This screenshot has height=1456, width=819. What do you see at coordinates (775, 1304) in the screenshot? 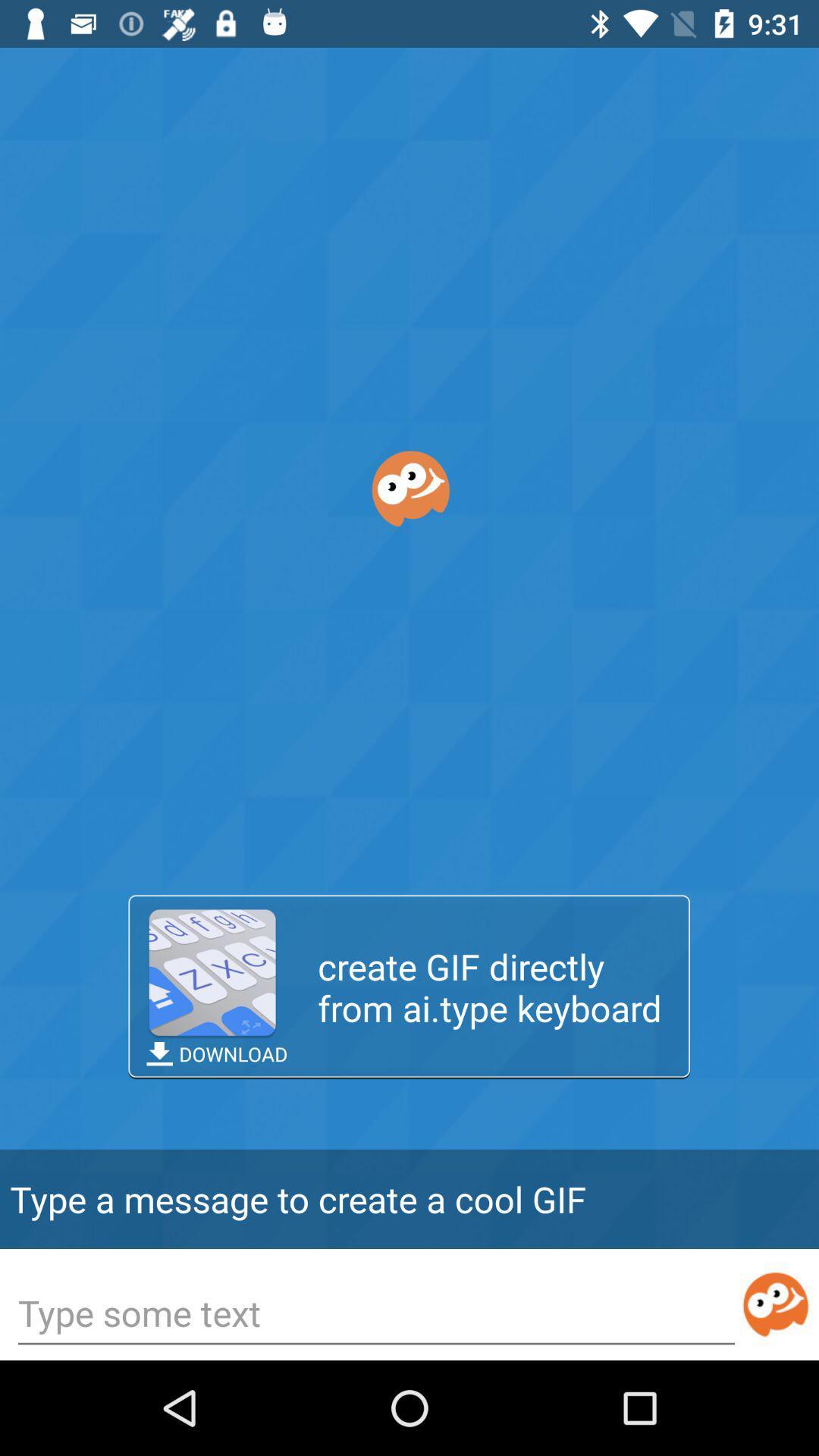
I see `submit text` at bounding box center [775, 1304].